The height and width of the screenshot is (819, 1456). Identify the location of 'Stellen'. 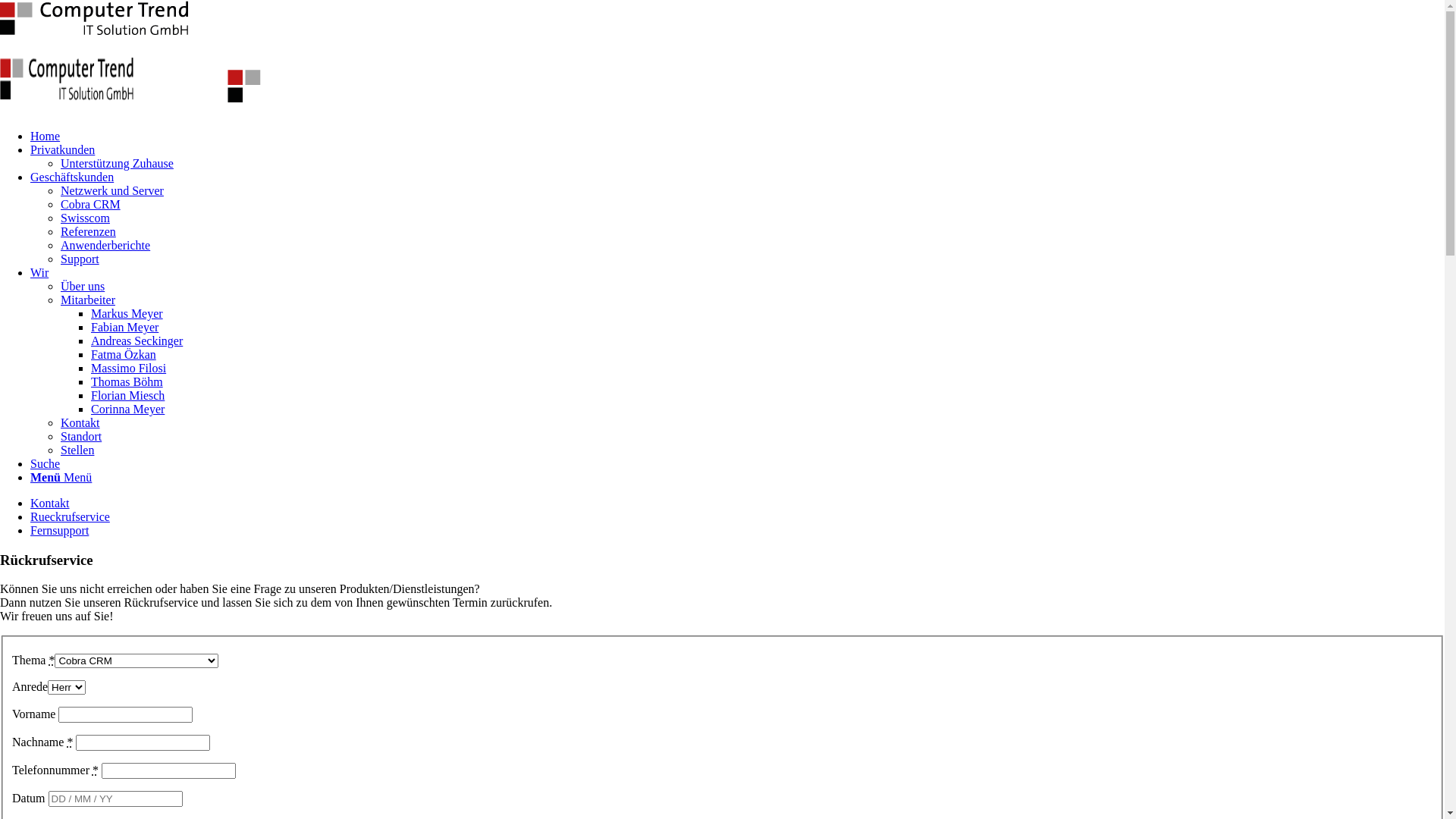
(76, 449).